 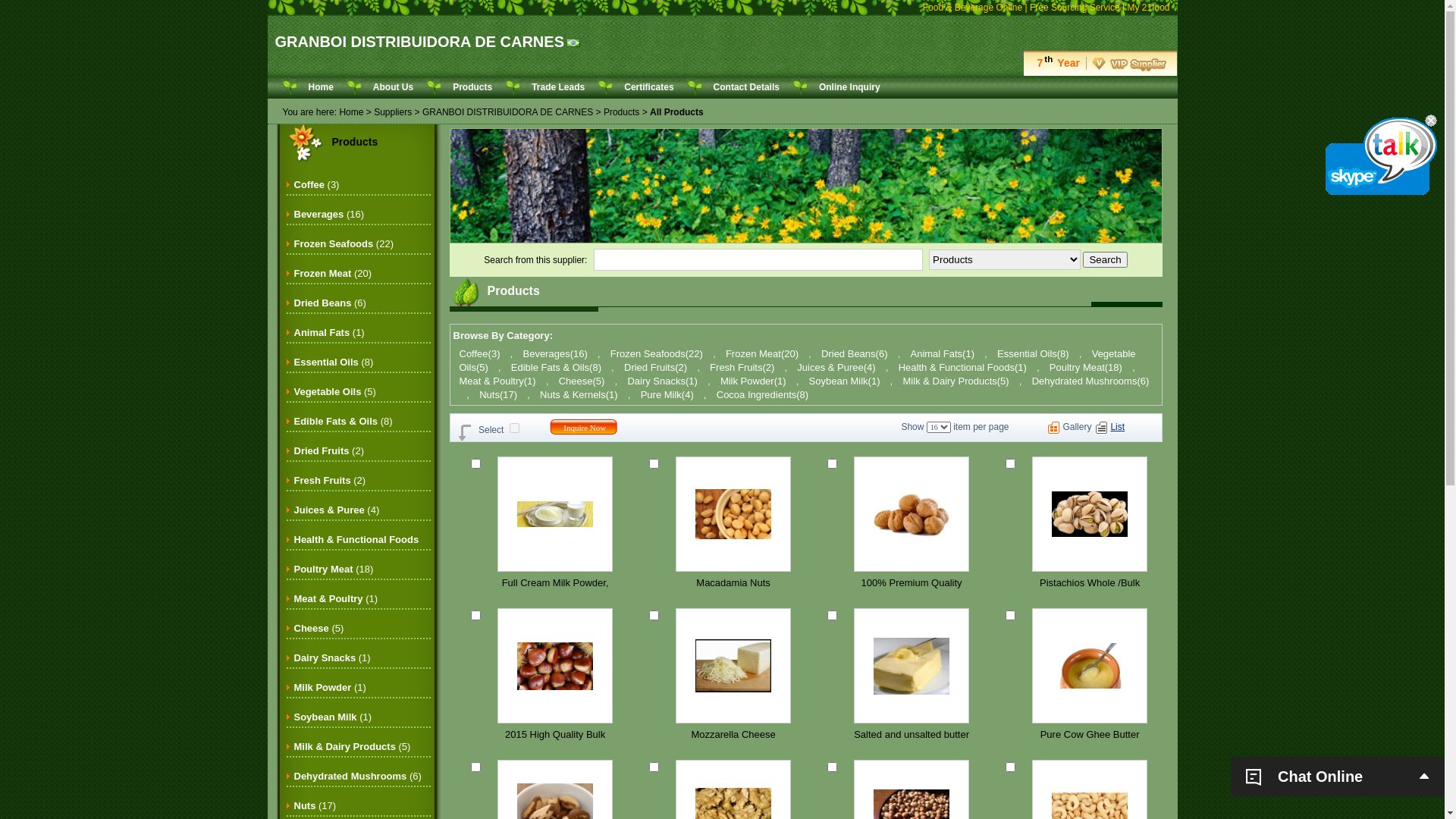 What do you see at coordinates (333, 569) in the screenshot?
I see `'Poultry Meat (18)'` at bounding box center [333, 569].